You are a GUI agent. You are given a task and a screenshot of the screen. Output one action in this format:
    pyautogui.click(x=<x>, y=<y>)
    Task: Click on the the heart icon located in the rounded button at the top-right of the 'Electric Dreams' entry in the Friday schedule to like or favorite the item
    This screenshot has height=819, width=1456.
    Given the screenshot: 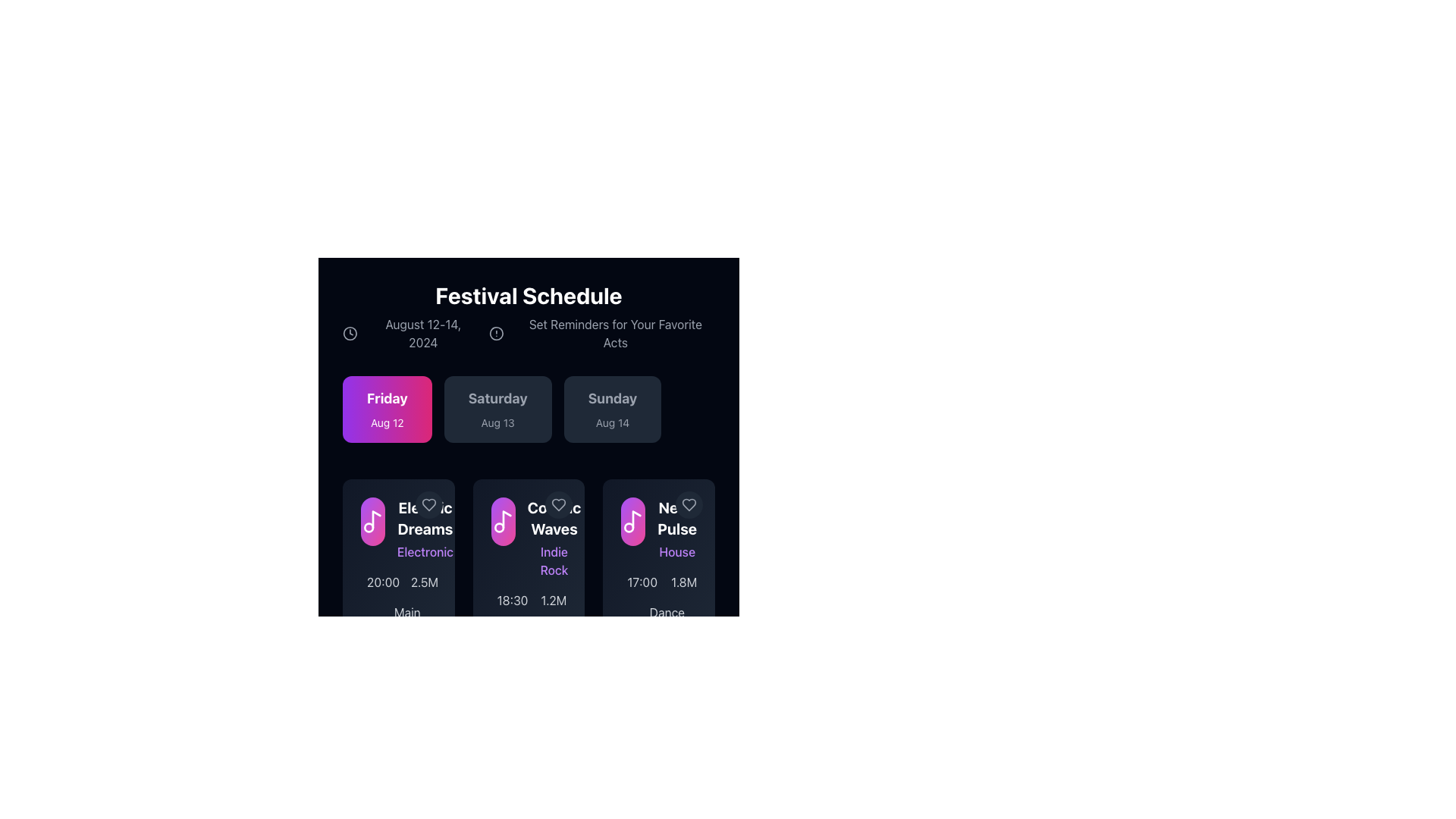 What is the action you would take?
    pyautogui.click(x=428, y=505)
    